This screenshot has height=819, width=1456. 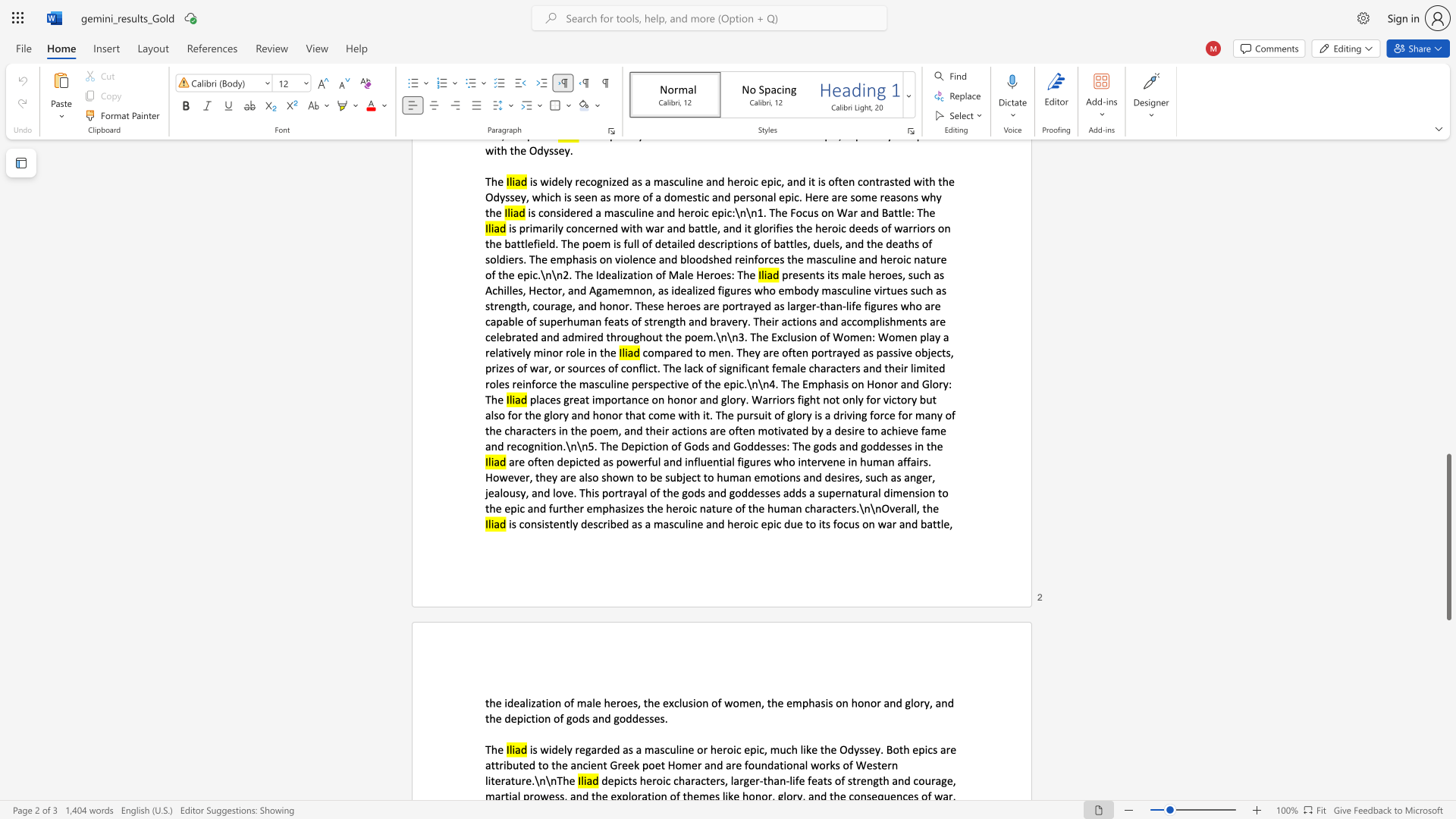 I want to click on the scrollbar to slide the page up, so click(x=1448, y=385).